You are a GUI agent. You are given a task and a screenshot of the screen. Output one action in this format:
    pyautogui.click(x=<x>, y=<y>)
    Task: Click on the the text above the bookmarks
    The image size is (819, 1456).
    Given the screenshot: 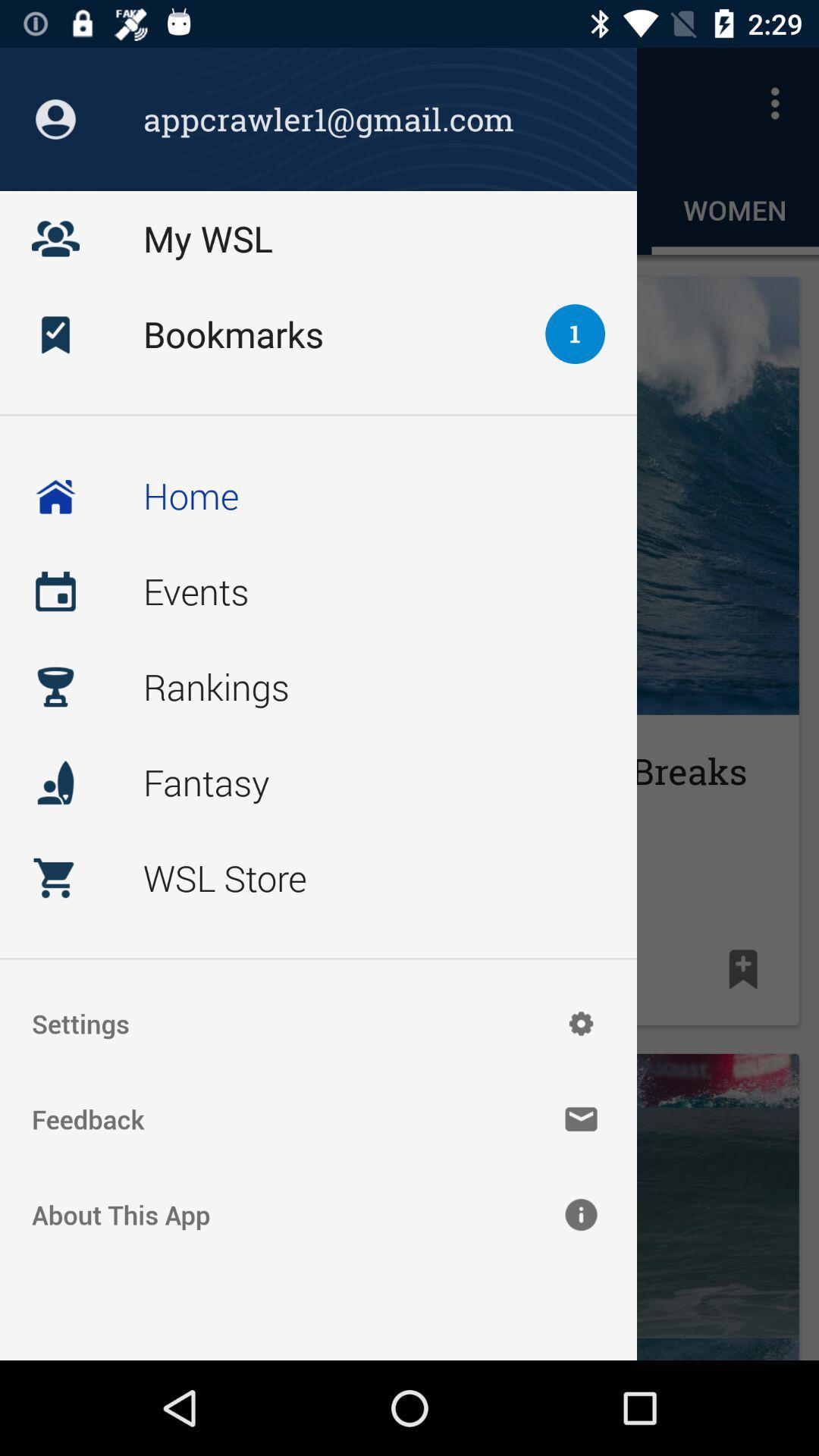 What is the action you would take?
    pyautogui.click(x=353, y=206)
    